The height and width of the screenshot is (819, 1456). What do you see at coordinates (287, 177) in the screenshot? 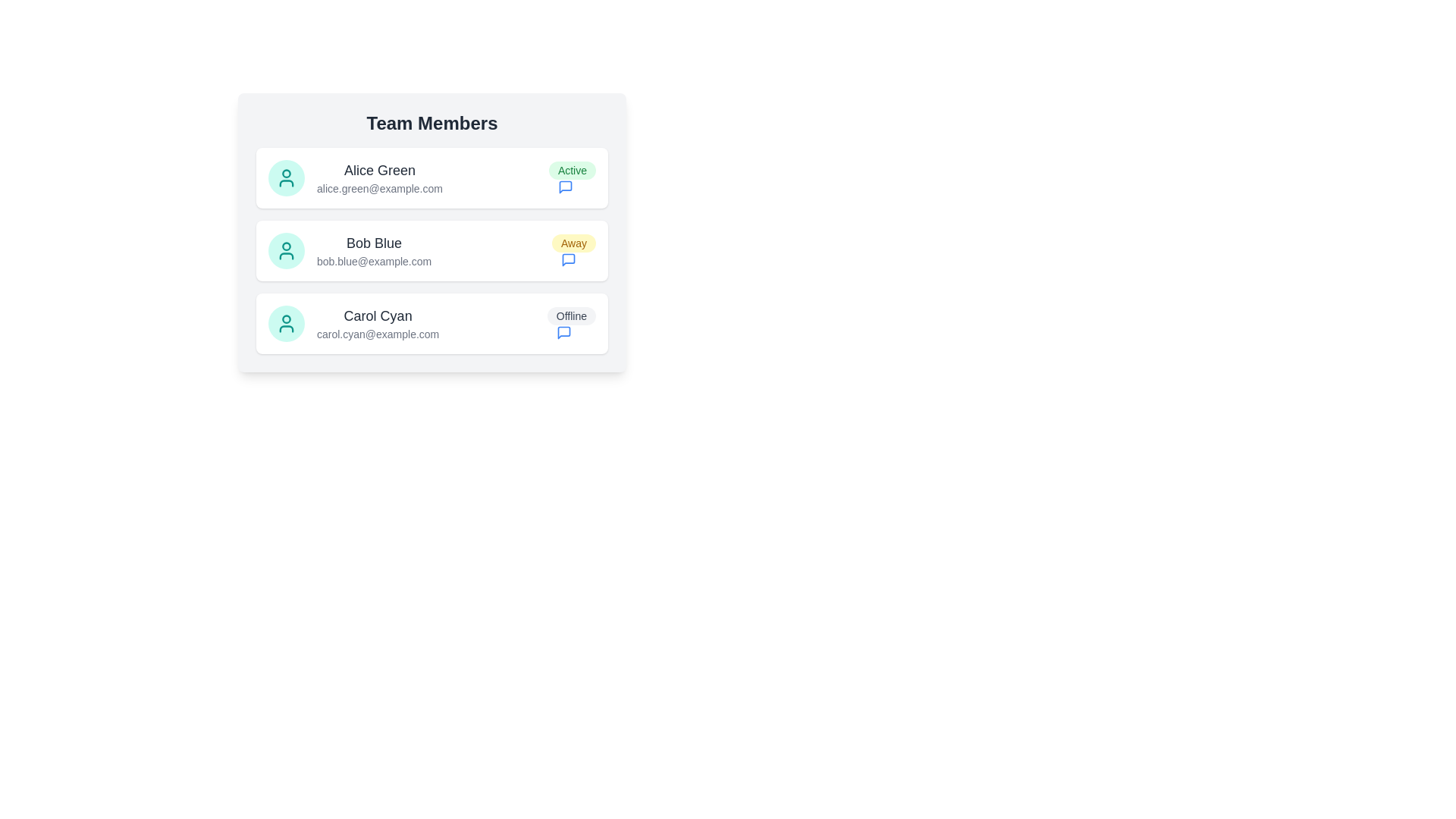
I see `the user icon representing Alice Green, located at the top-left corner of the first card in the list, adjacent to the name label and email` at bounding box center [287, 177].